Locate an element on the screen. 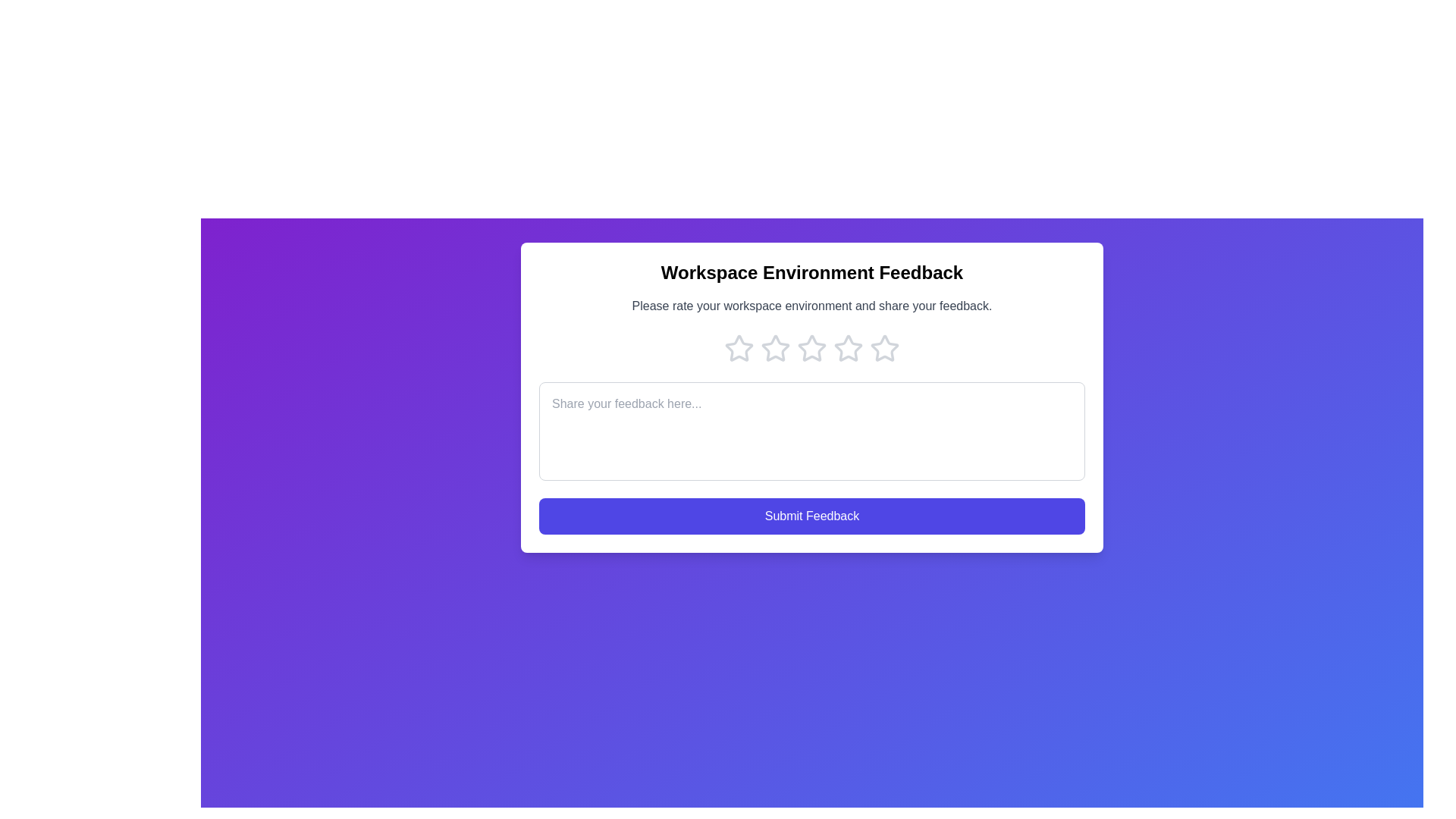  the submit button to send the feedback is located at coordinates (811, 516).